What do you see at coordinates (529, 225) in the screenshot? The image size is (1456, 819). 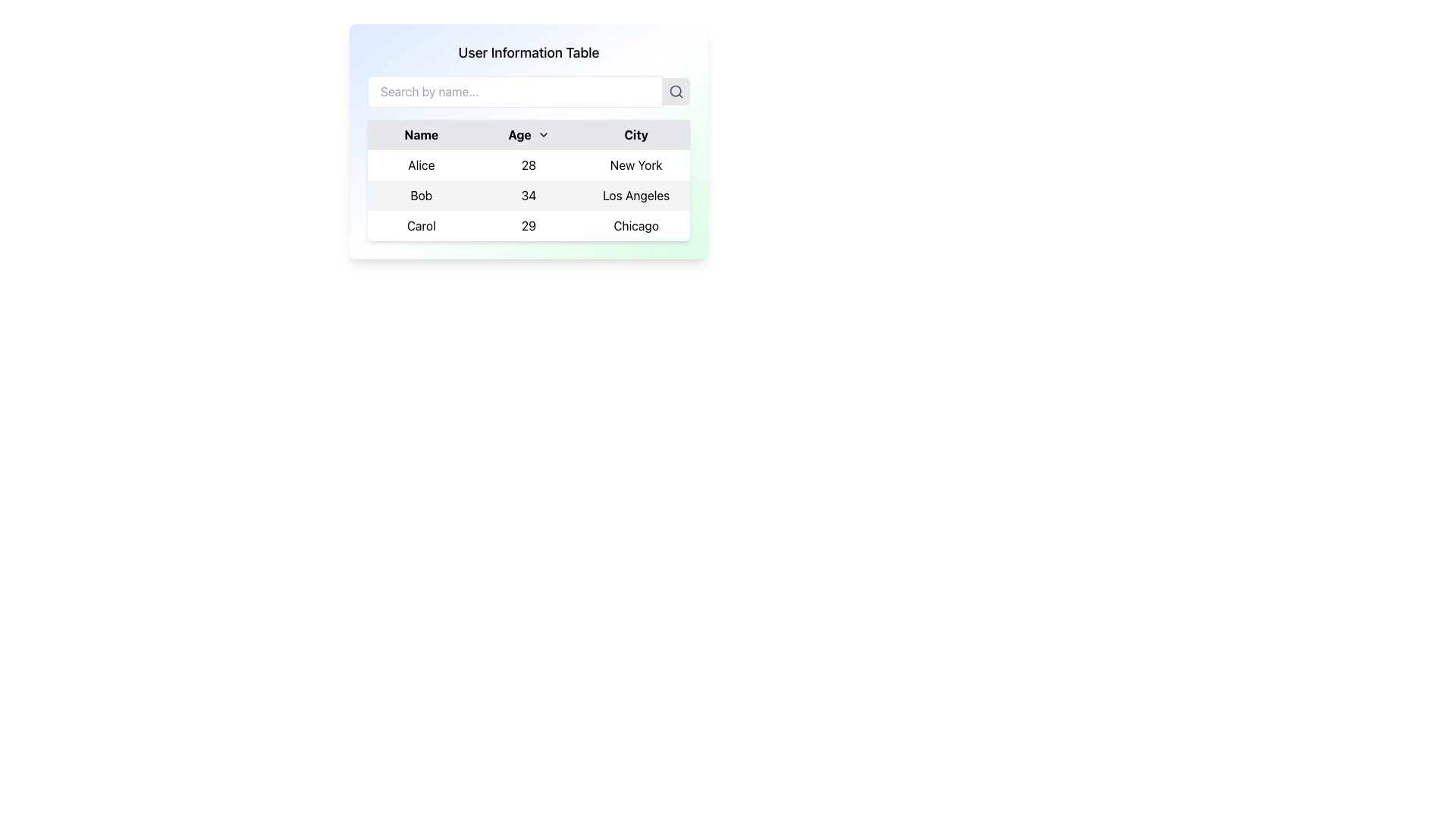 I see `the third table row containing user information (Name, Age, City)` at bounding box center [529, 225].